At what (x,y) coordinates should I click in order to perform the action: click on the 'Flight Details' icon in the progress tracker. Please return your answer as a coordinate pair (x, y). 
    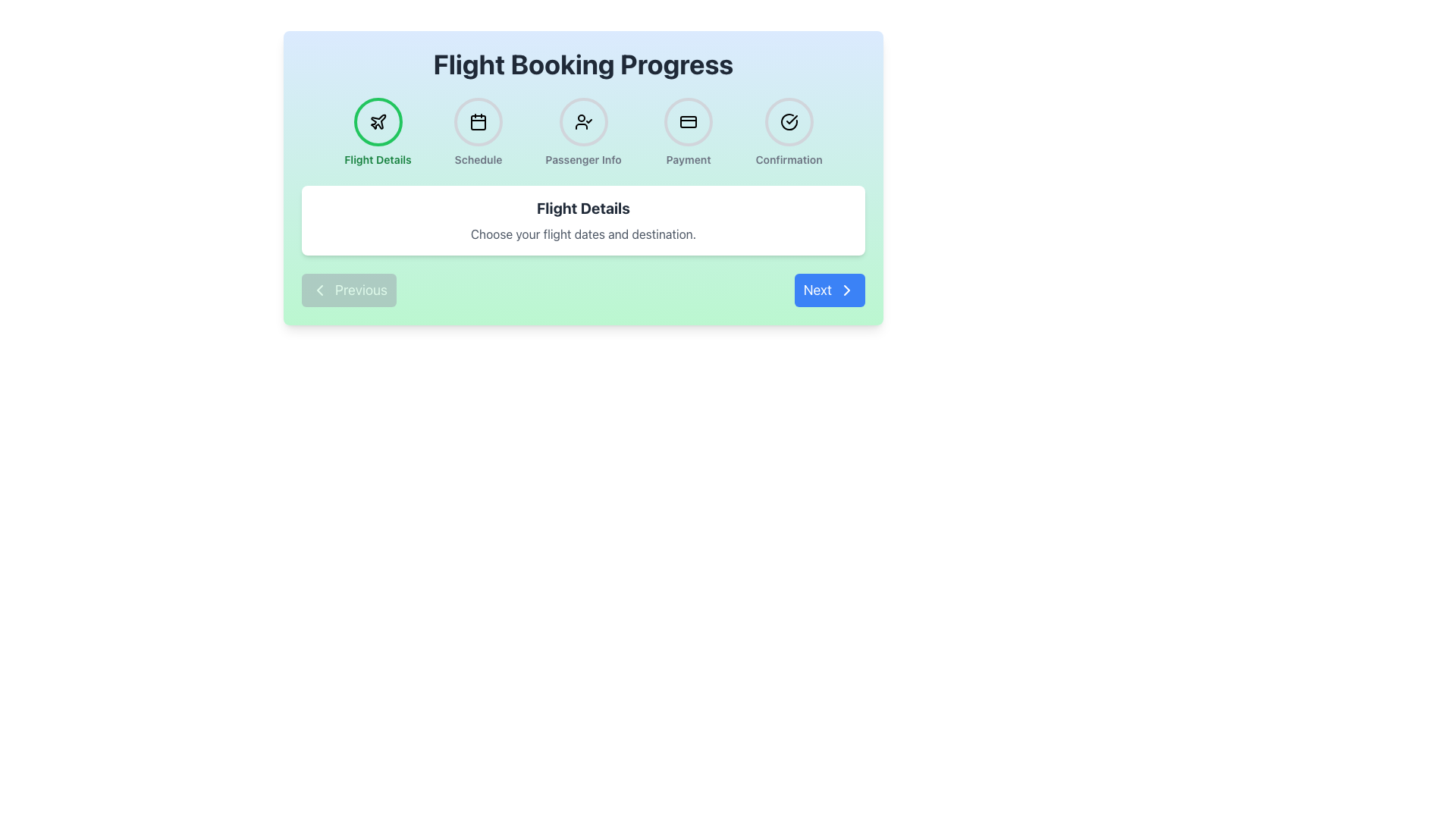
    Looking at the image, I should click on (378, 121).